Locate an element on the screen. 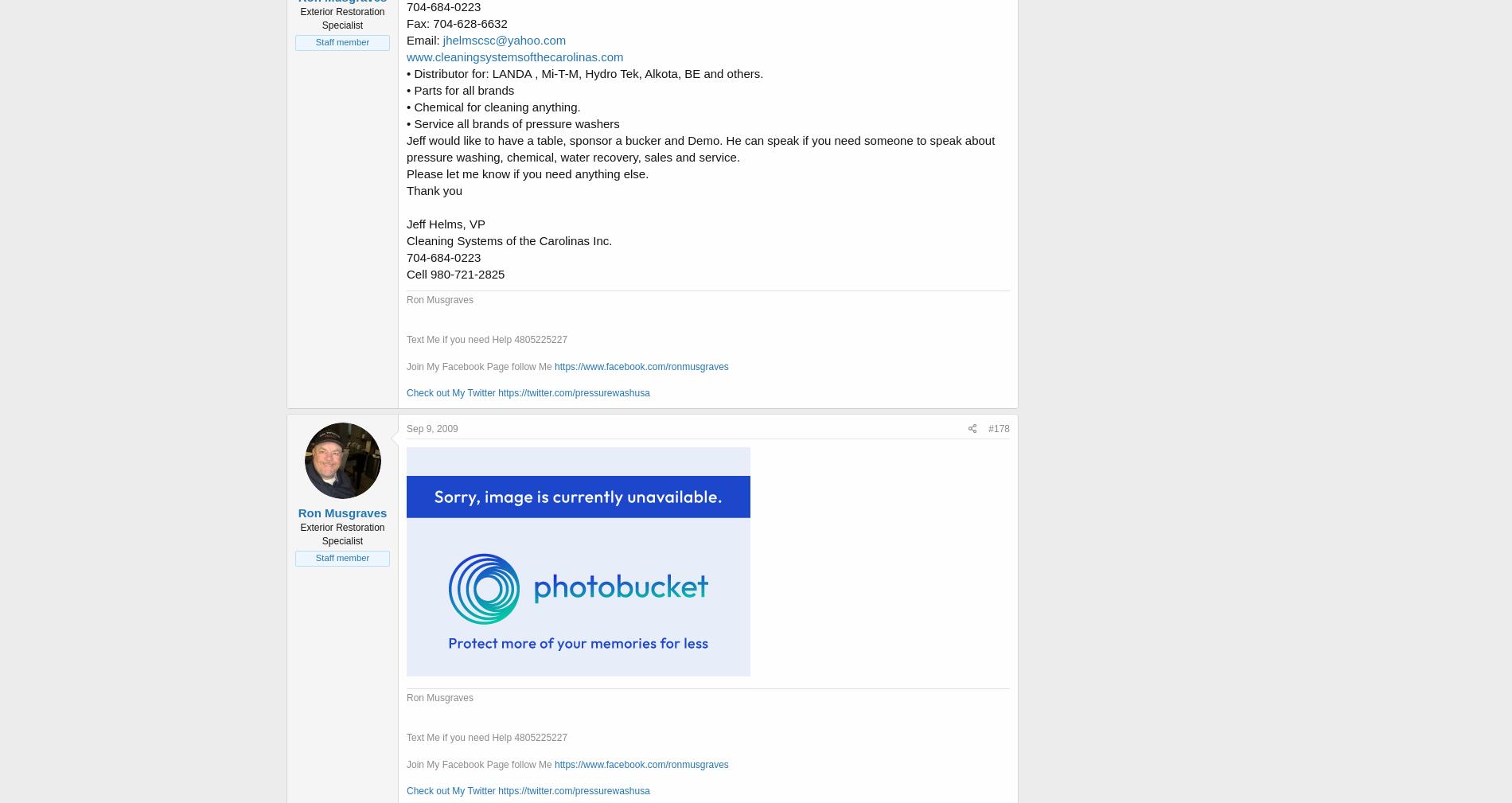 Image resolution: width=1512 pixels, height=803 pixels. '•         Parts for all brands' is located at coordinates (460, 88).